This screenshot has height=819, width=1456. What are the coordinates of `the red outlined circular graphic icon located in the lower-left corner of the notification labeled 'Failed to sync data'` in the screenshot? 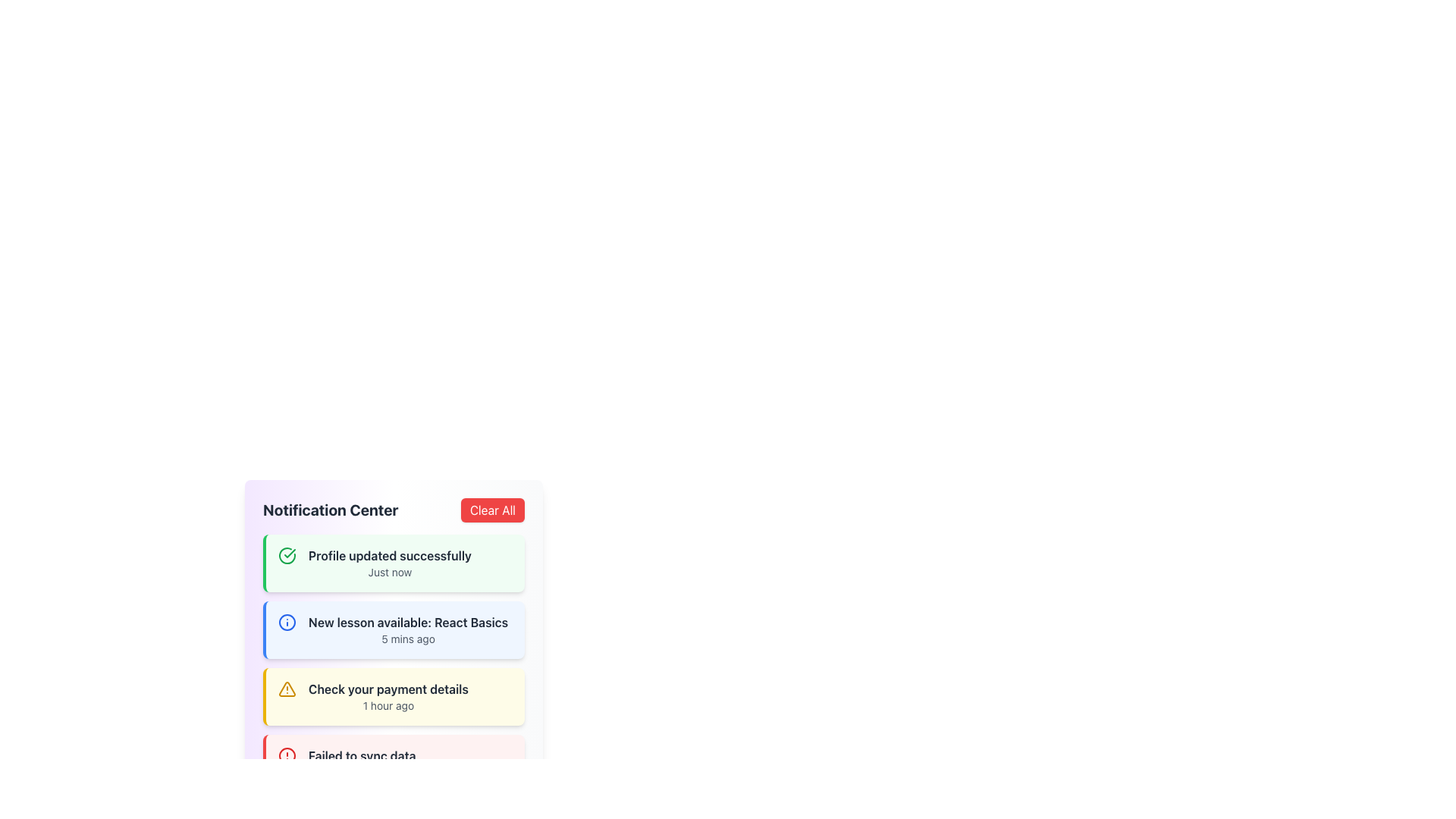 It's located at (287, 755).